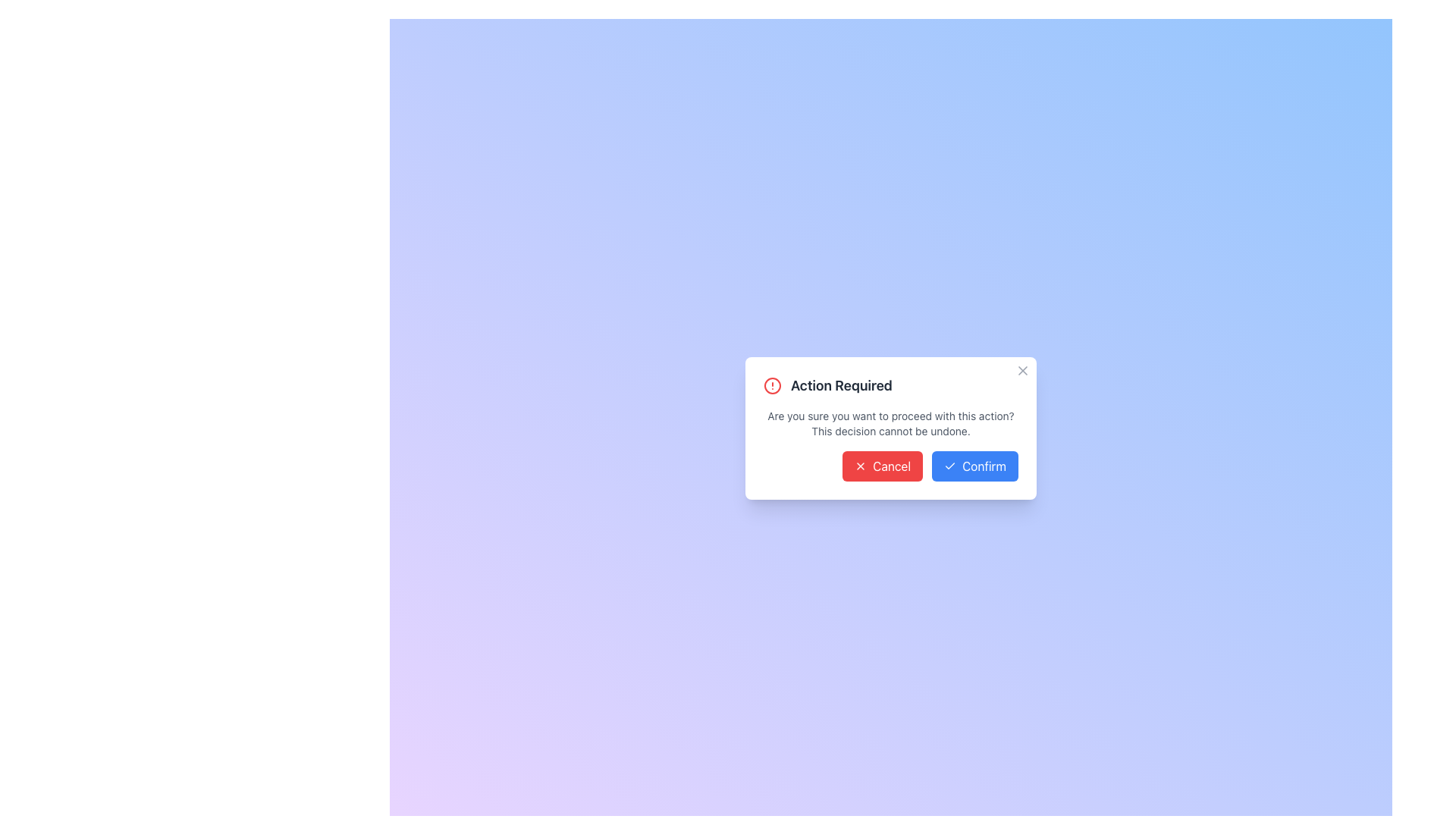  Describe the element at coordinates (891, 465) in the screenshot. I see `the 'Cancel' button, which is part of the group of buttons labeled 'Cancel' (red background) and 'Confirm' (blue background) located at the bottom of the dialog box` at that location.